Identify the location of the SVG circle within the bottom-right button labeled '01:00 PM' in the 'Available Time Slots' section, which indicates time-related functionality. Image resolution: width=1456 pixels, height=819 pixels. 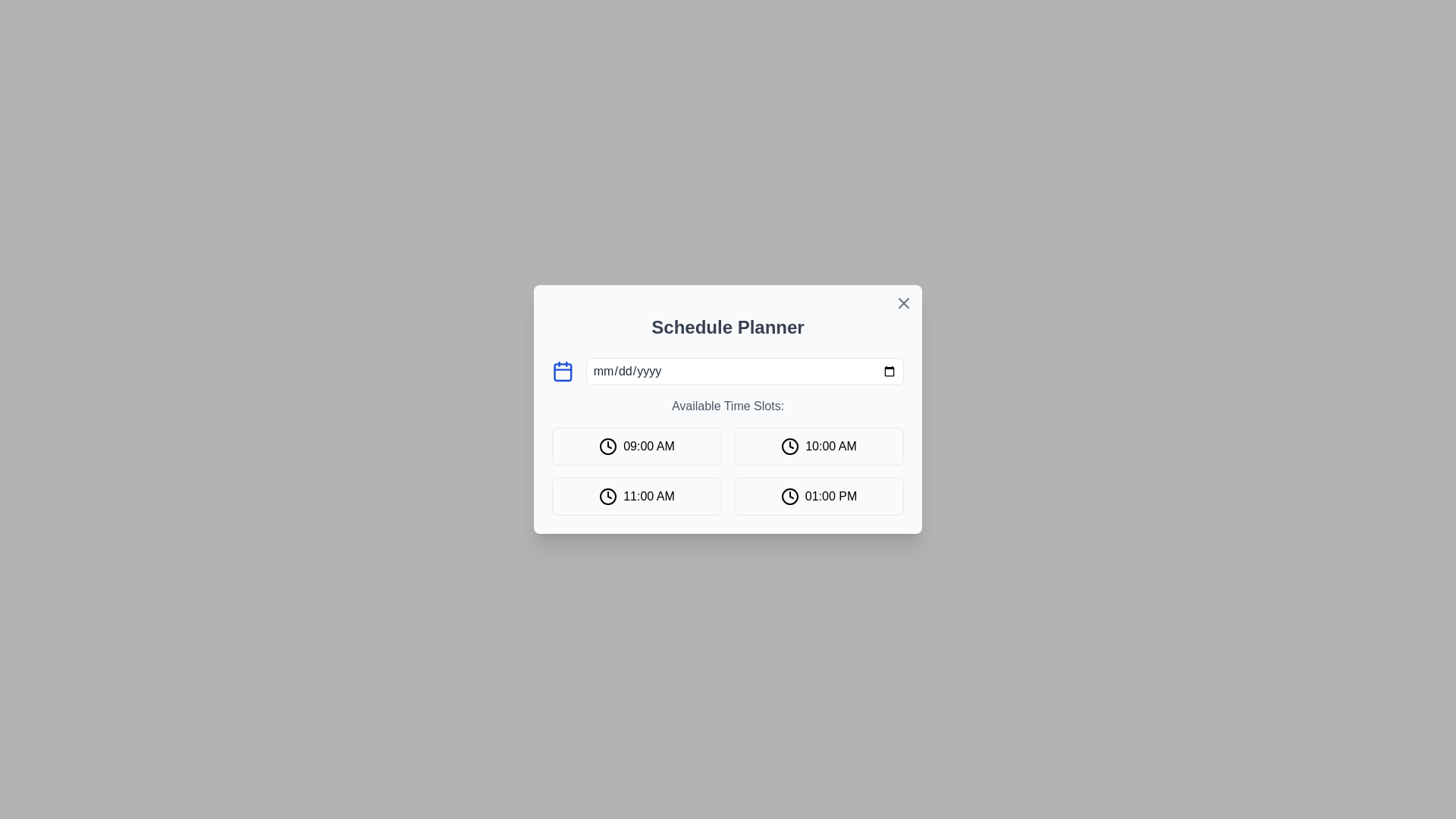
(789, 497).